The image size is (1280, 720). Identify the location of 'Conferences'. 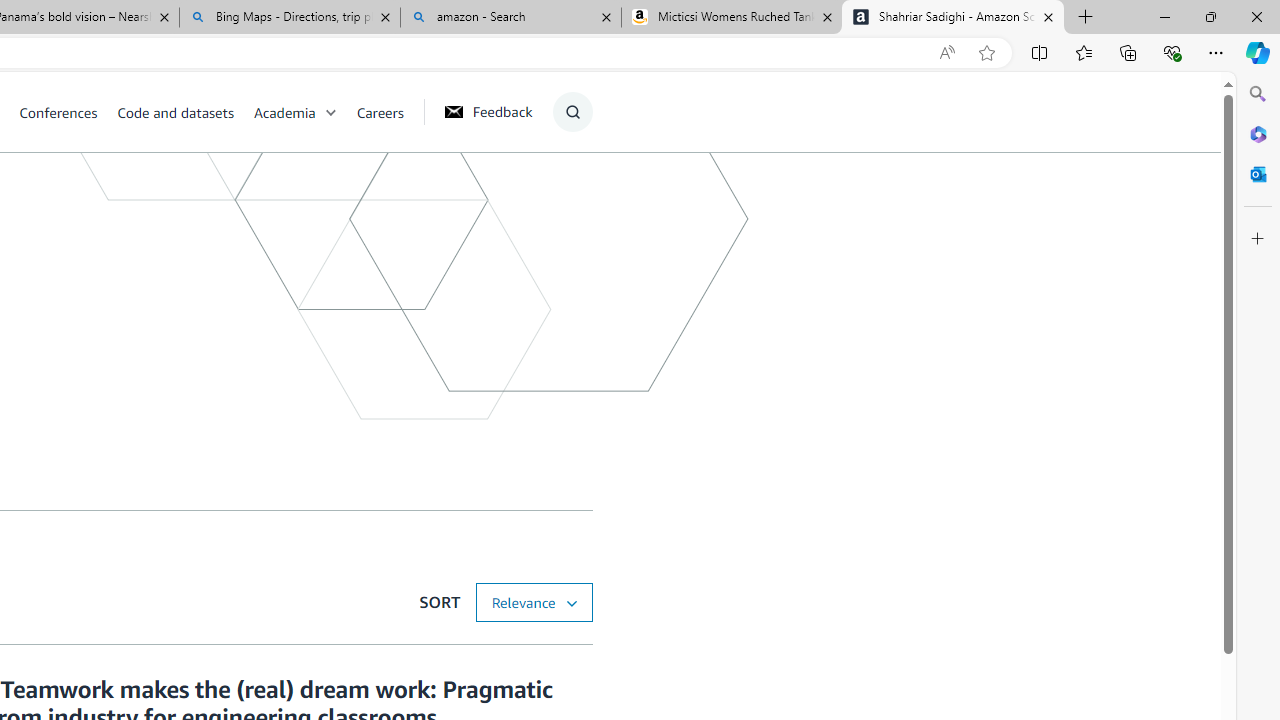
(68, 111).